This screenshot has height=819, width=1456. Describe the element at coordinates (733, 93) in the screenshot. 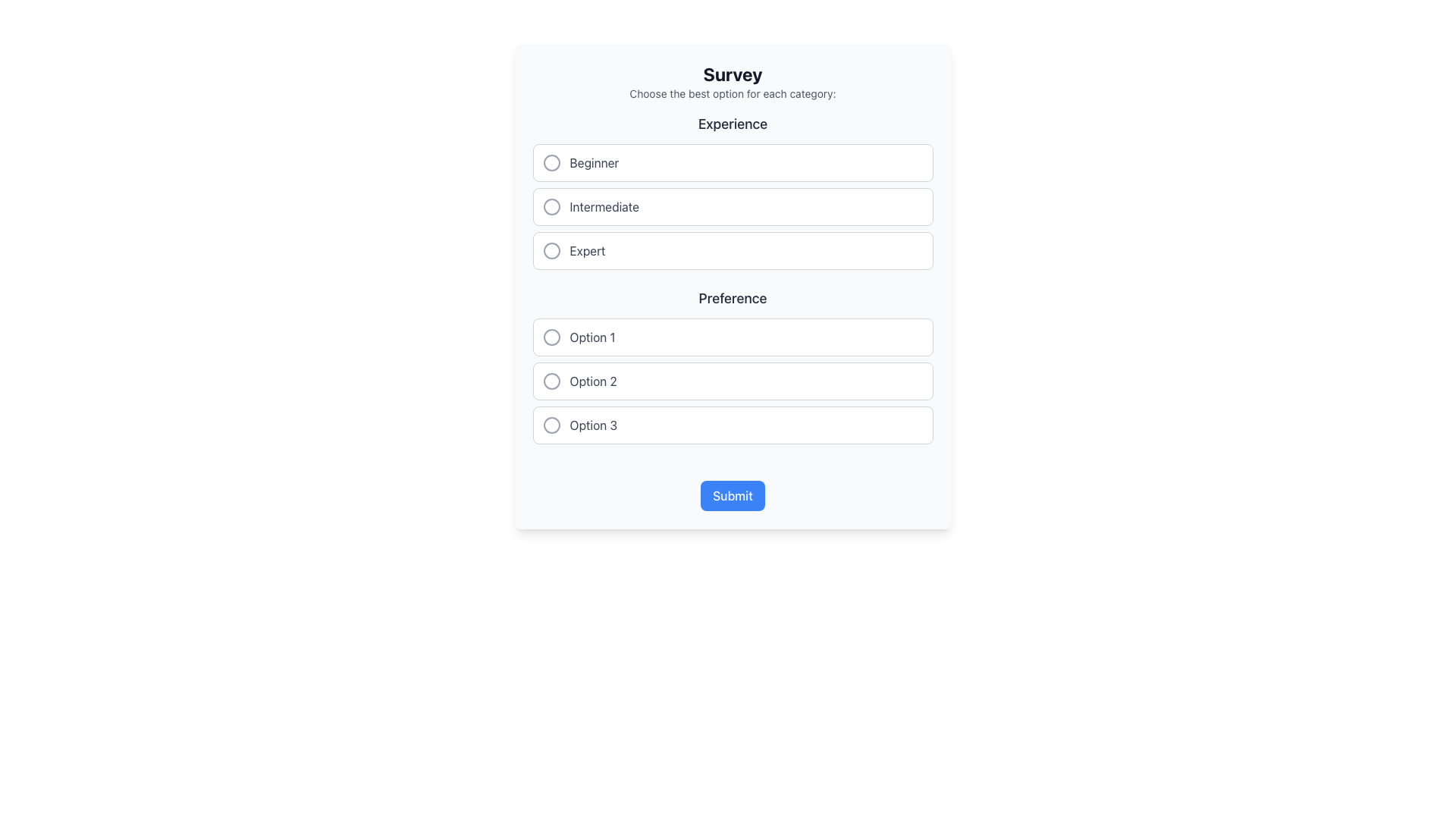

I see `the informative text that provides instructions for the user, positioned below the title 'Survey' and above the section labeled 'Experience'` at that location.